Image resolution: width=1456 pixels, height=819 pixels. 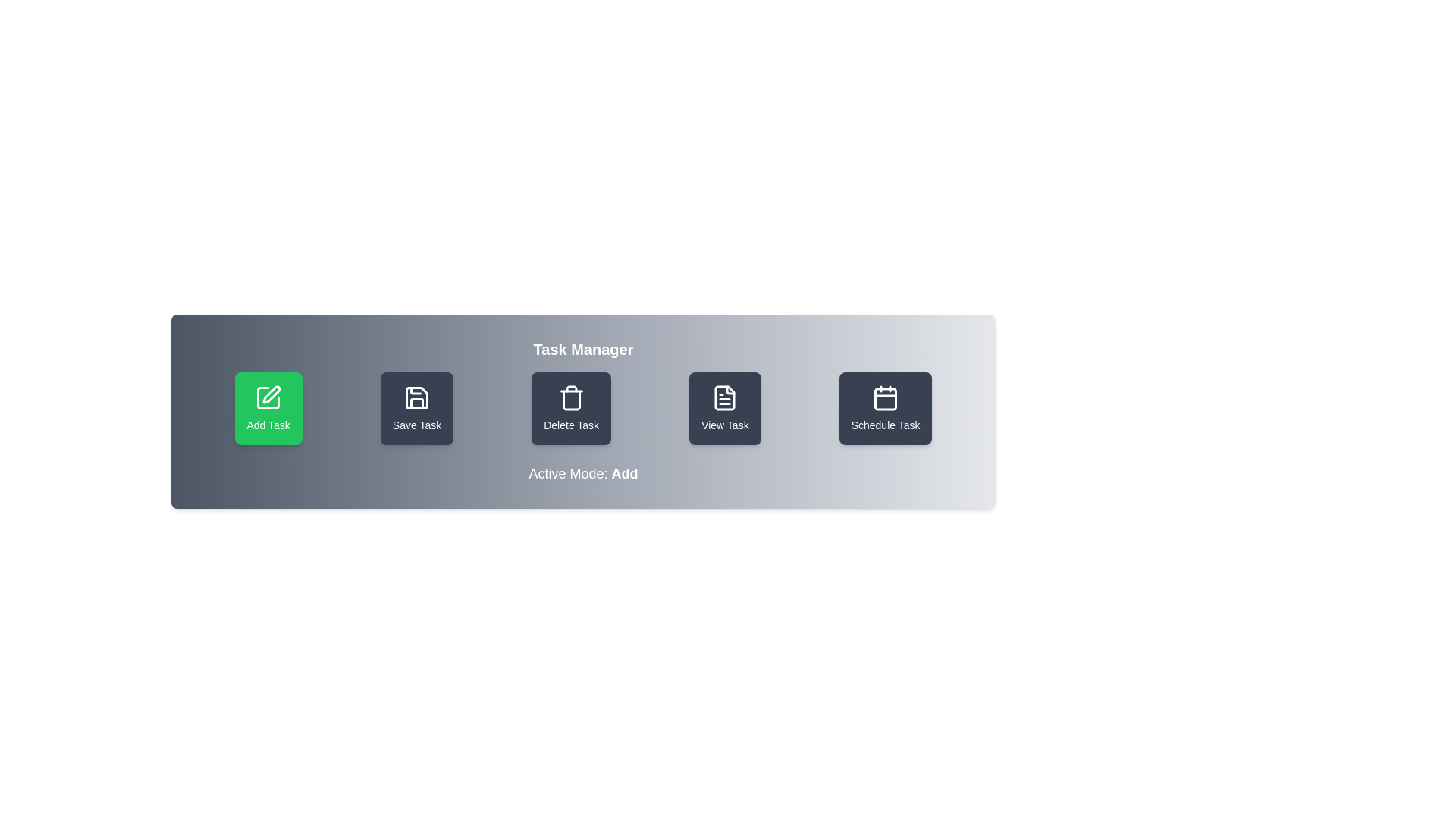 I want to click on the button labeled 'Save Task' to observe its hover effect, so click(x=417, y=408).